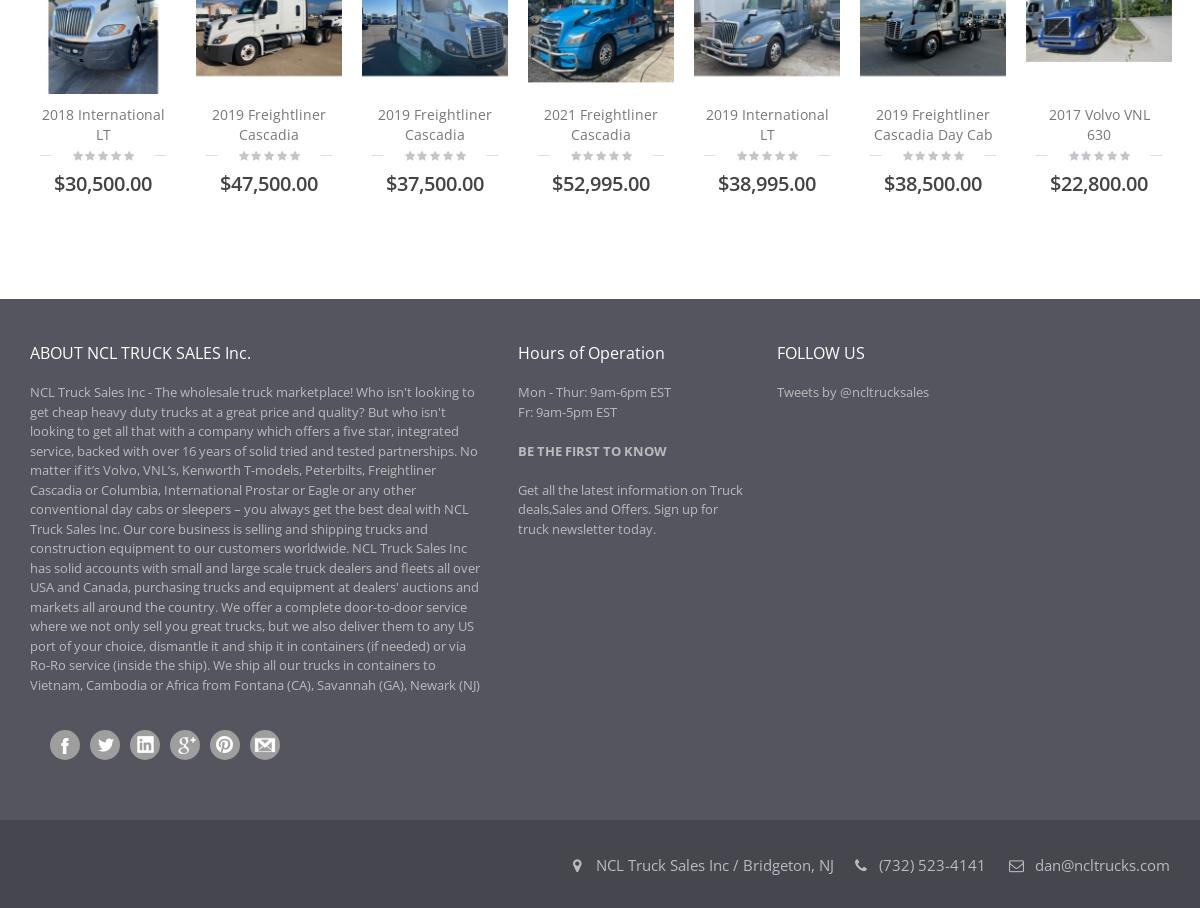 The height and width of the screenshot is (908, 1200). I want to click on '2019 Freightliner Cascadia Day Cab', so click(932, 124).